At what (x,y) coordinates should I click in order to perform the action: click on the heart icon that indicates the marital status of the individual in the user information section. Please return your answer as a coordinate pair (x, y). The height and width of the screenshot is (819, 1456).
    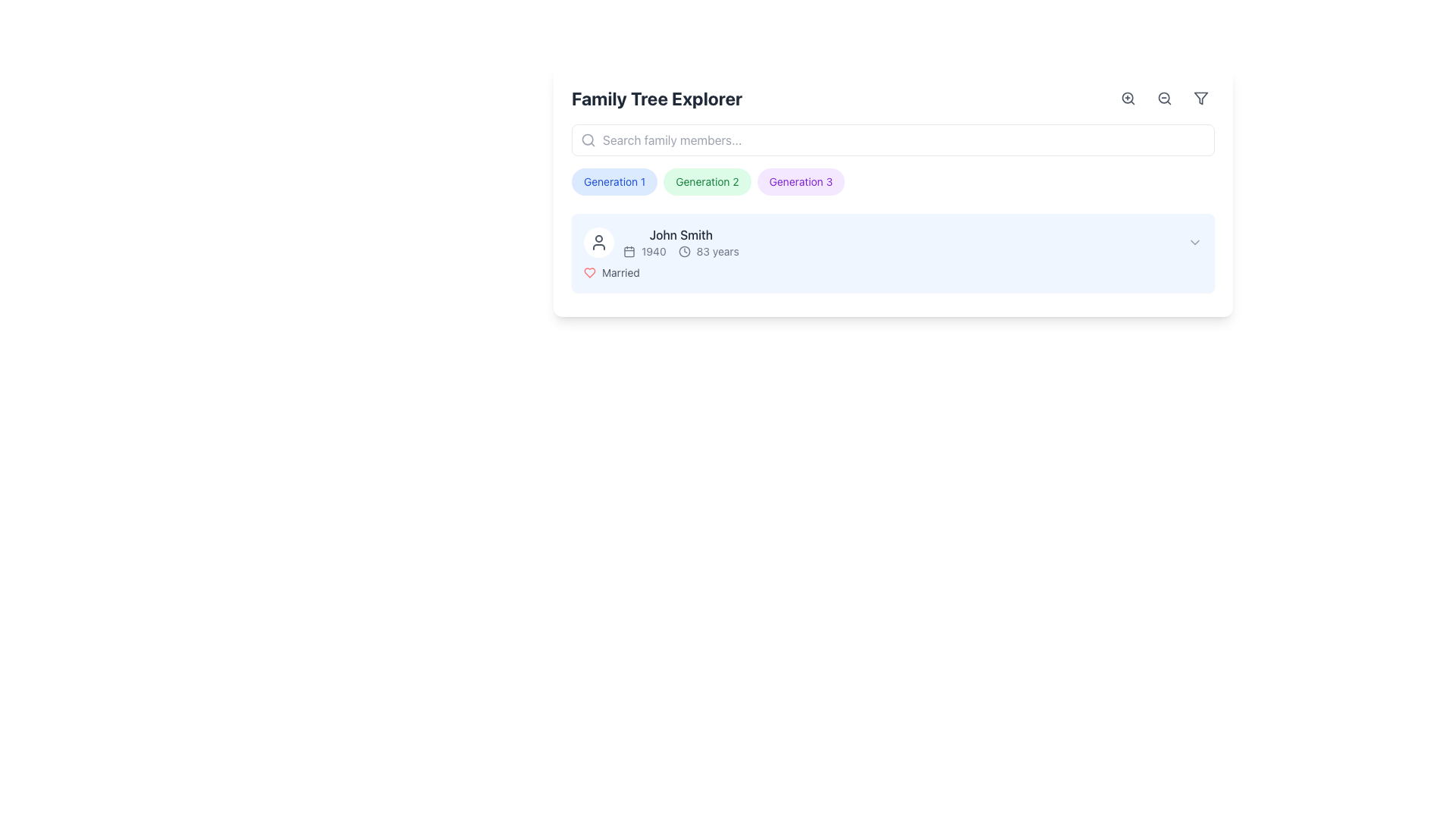
    Looking at the image, I should click on (588, 271).